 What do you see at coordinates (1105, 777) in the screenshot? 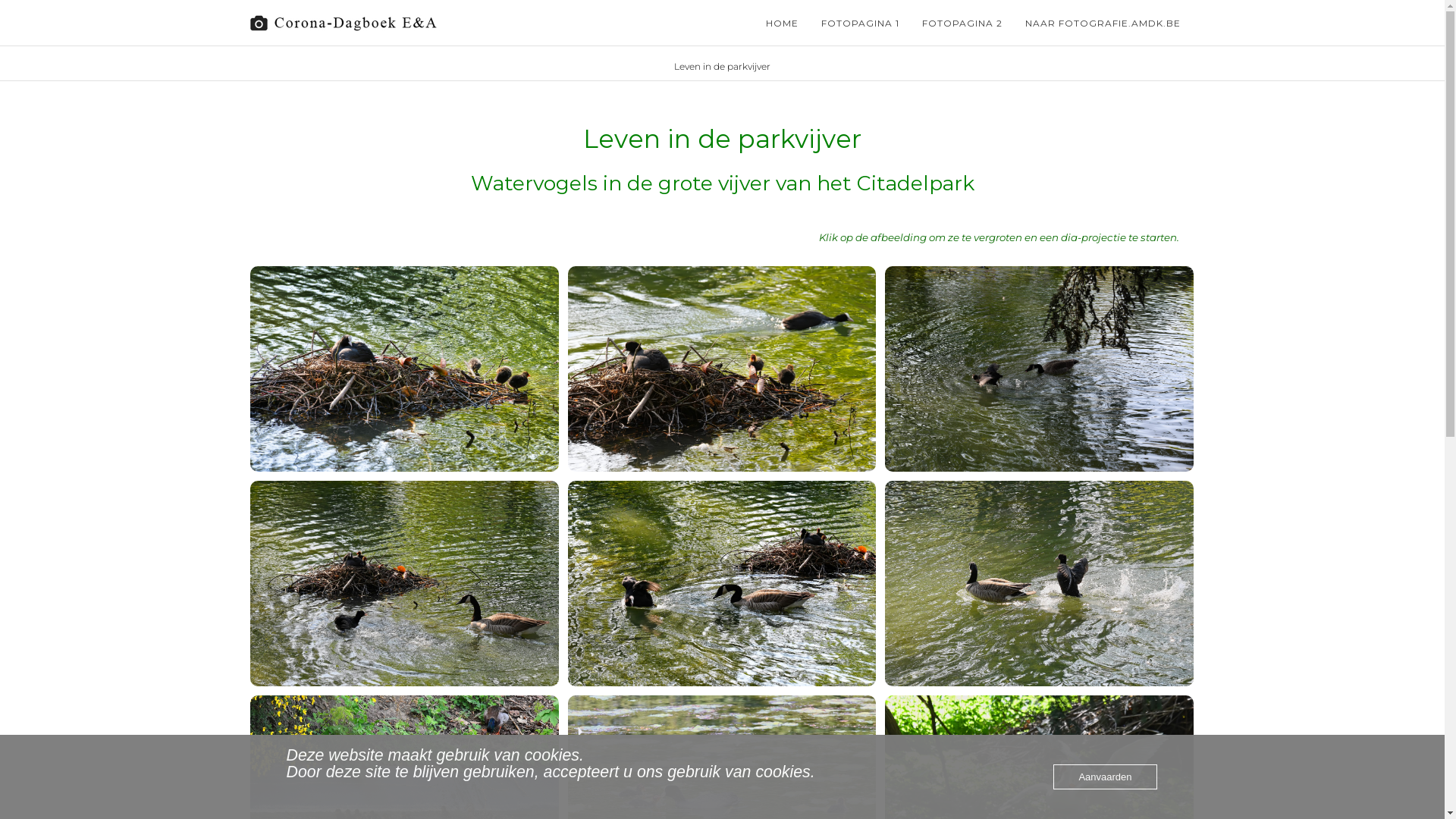
I see `'Aanvaarden'` at bounding box center [1105, 777].